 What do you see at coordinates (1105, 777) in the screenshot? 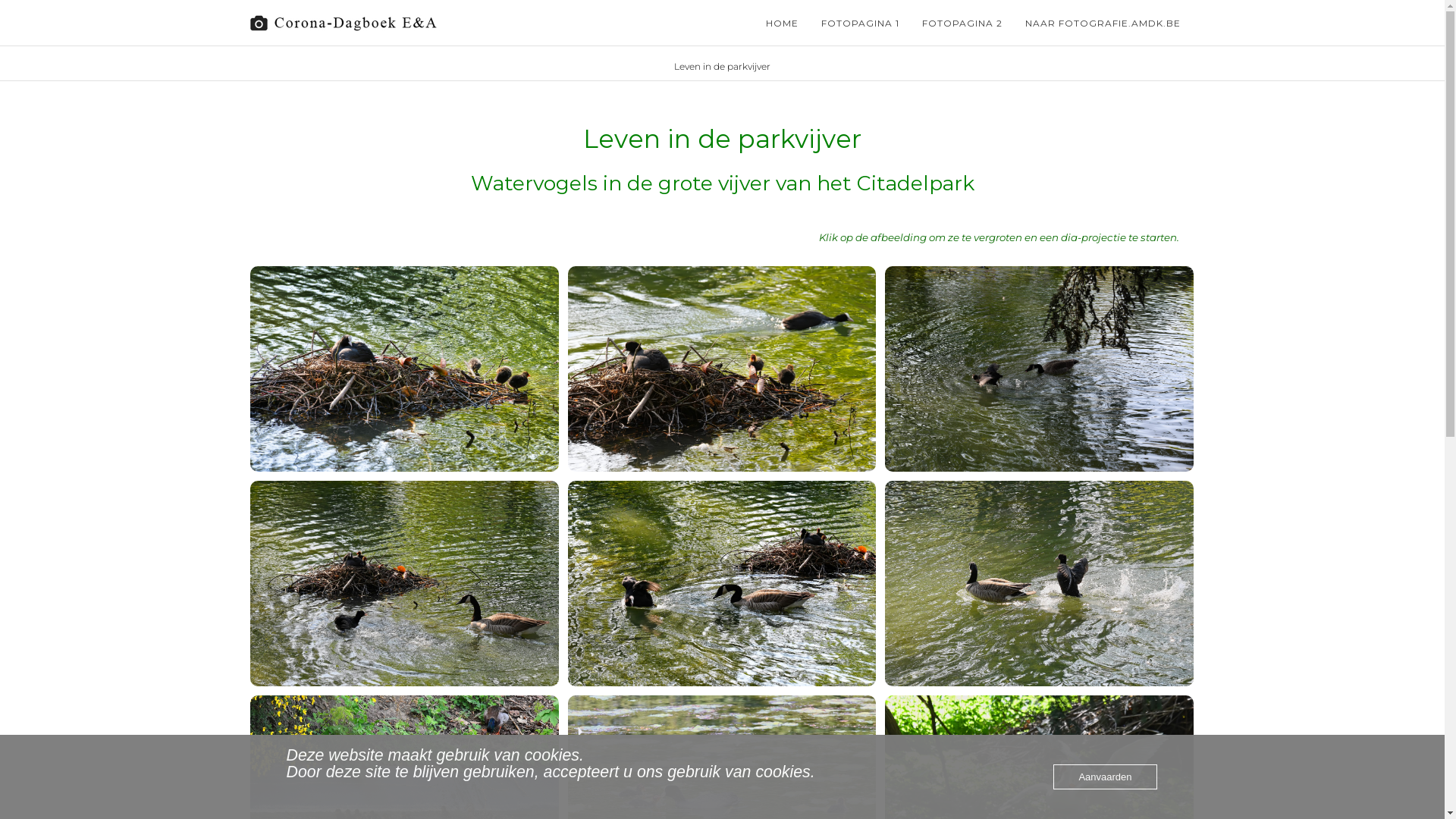
I see `'Aanvaarden'` at bounding box center [1105, 777].